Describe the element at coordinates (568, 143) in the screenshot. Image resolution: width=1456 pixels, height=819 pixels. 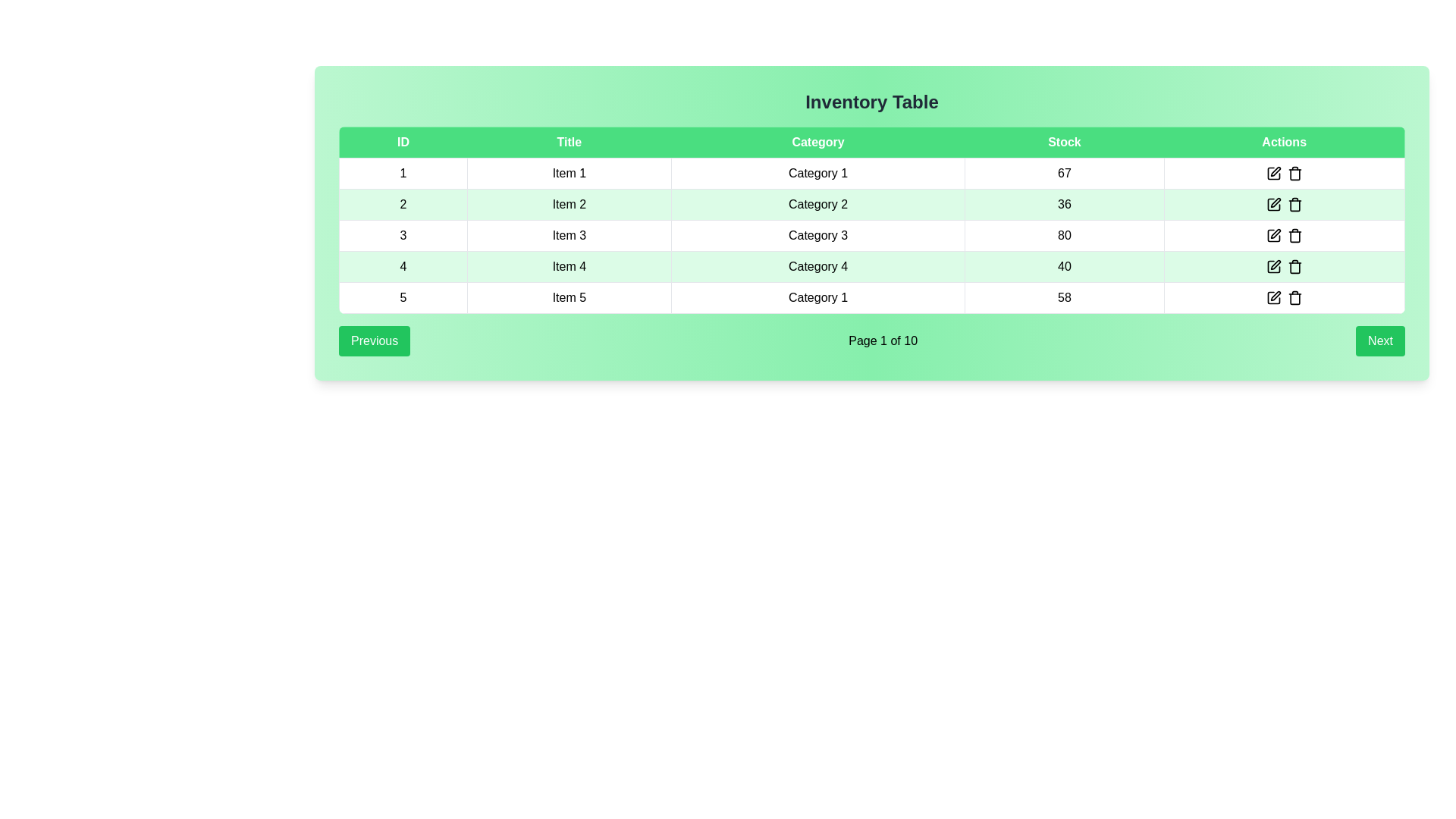
I see `the 'Title' text label with a green background and white text, which is centrally aligned and positioned between 'ID' and 'Category'` at that location.